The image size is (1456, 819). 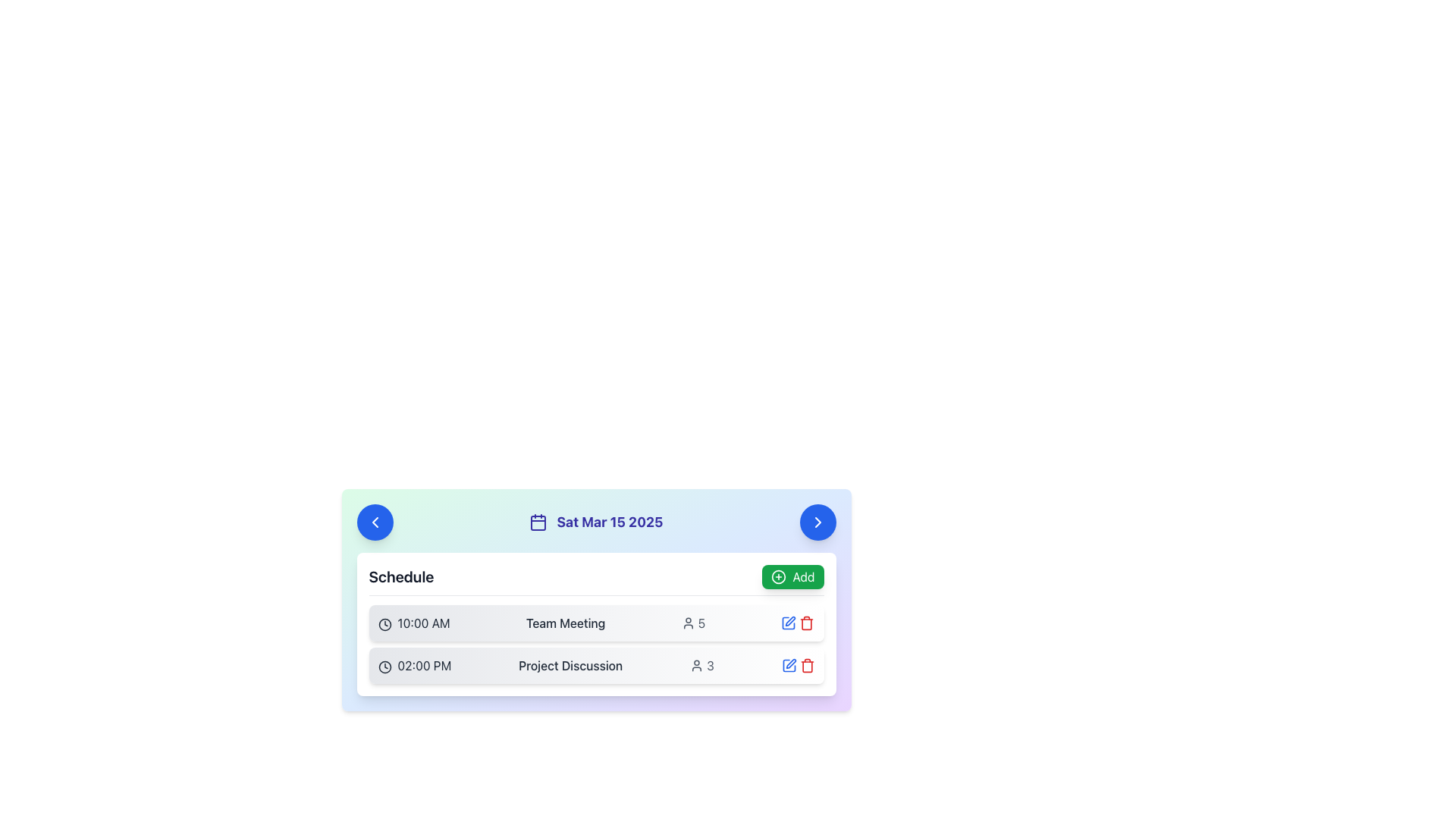 I want to click on information displayed in the composite element indicating the number of participants for the 'Project Discussion' event, located in the second row of the schedule list, to the right of the 'Project Discussion' text, so click(x=701, y=665).